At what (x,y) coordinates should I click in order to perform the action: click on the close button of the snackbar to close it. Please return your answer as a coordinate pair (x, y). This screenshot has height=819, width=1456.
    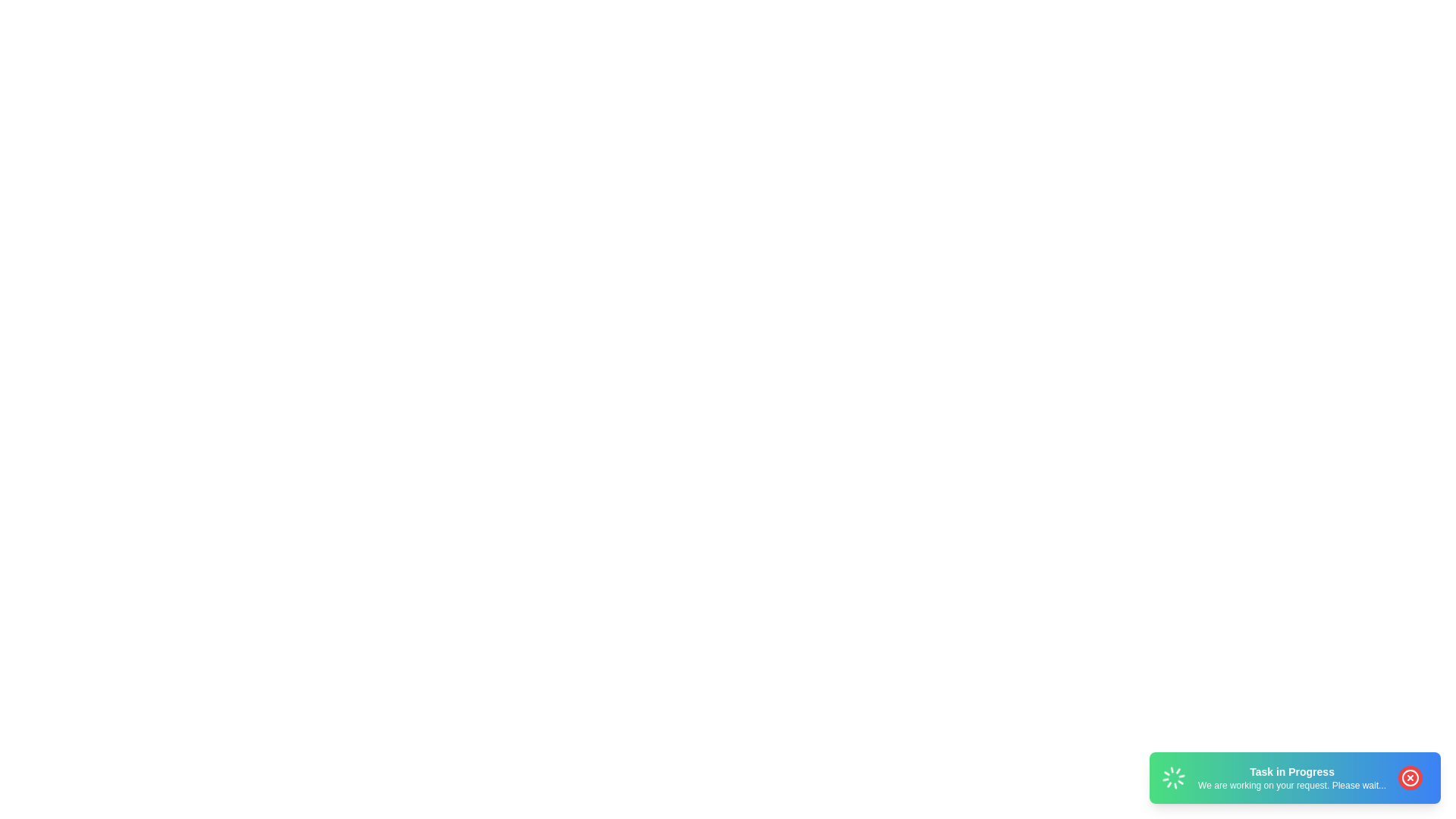
    Looking at the image, I should click on (1410, 778).